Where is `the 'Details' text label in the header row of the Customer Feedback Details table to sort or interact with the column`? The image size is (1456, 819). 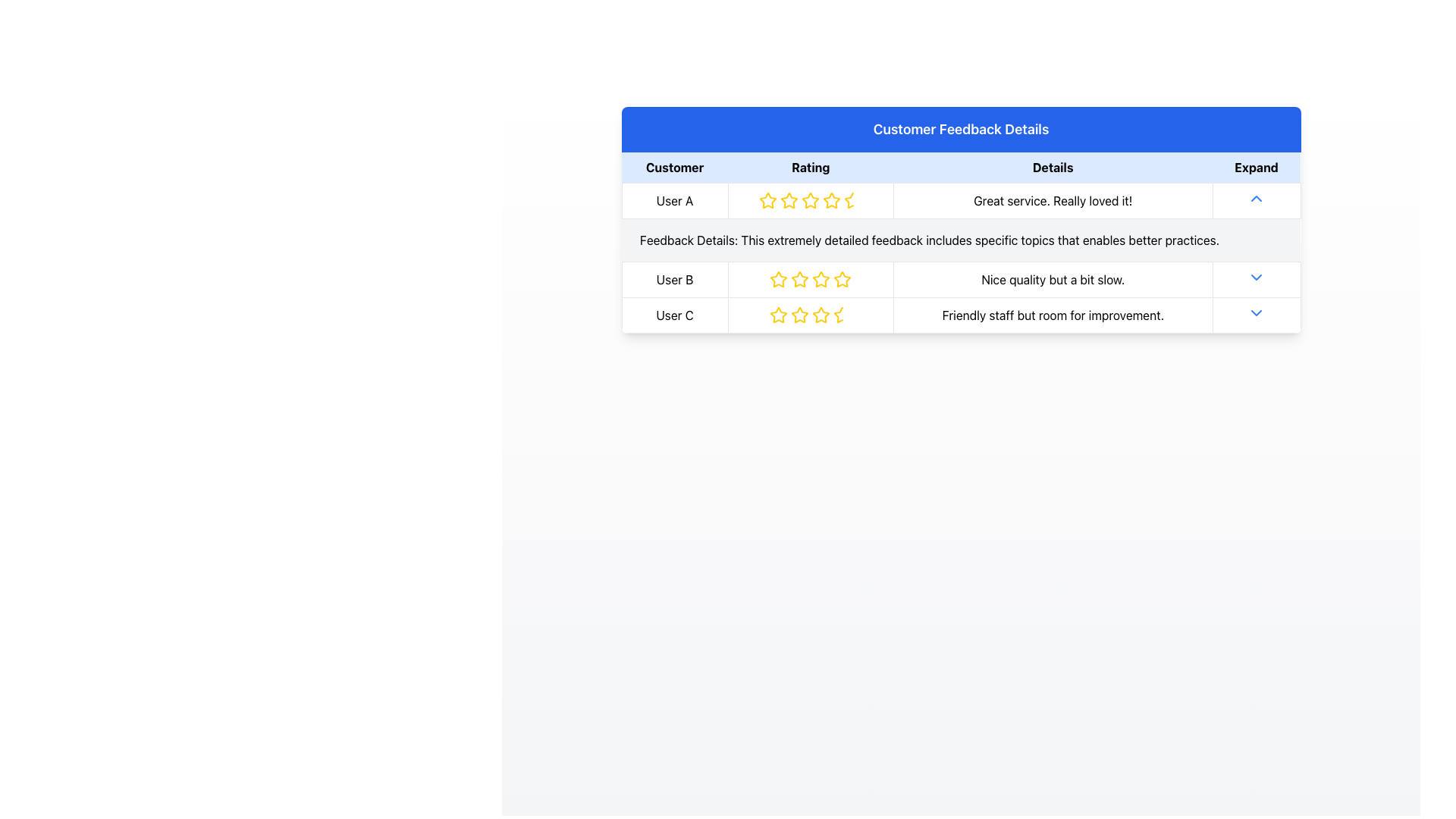
the 'Details' text label in the header row of the Customer Feedback Details table to sort or interact with the column is located at coordinates (1052, 168).